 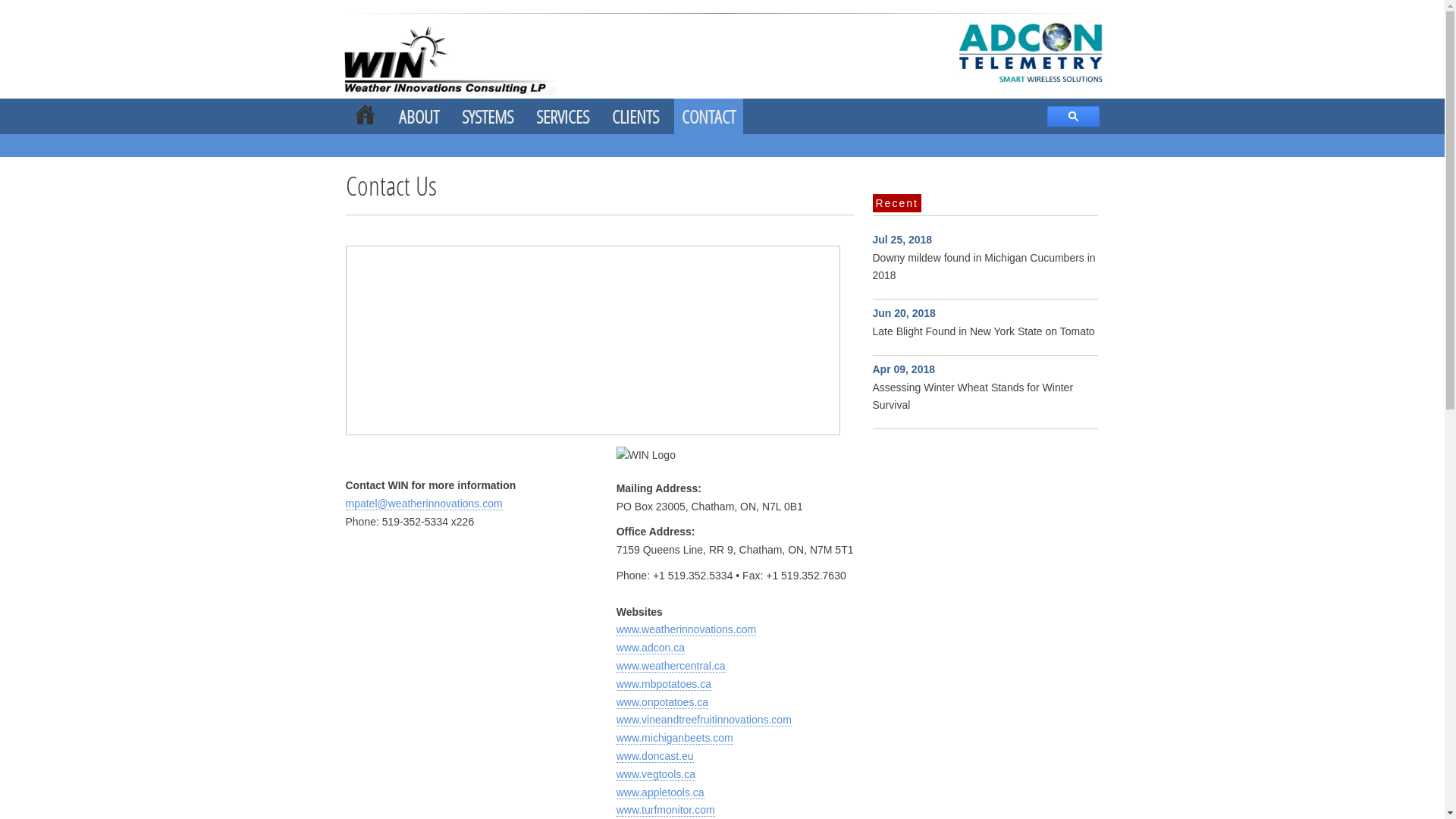 What do you see at coordinates (616, 756) in the screenshot?
I see `'www.doncast.eu'` at bounding box center [616, 756].